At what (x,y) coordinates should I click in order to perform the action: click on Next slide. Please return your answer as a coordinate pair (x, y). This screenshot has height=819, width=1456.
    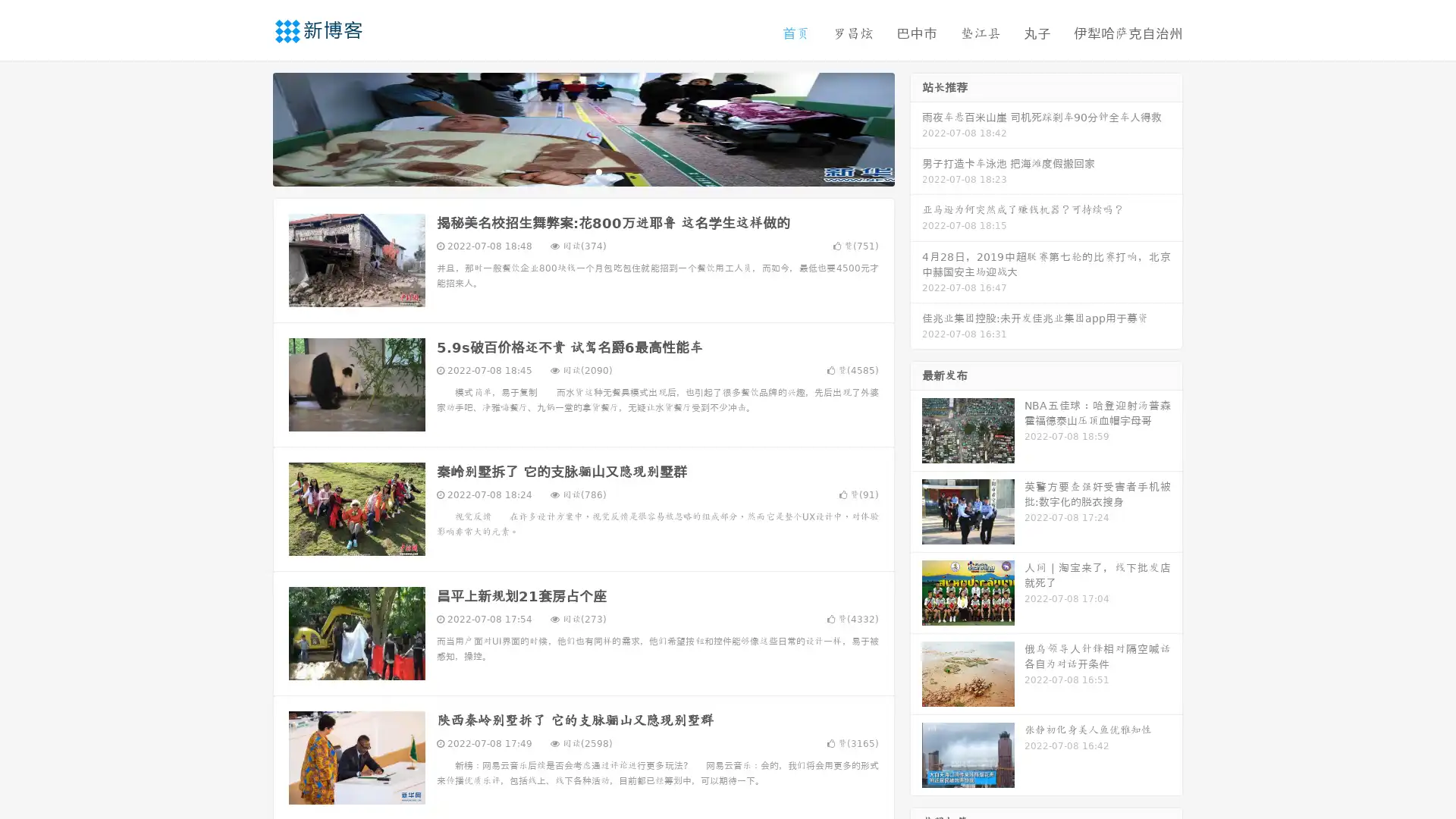
    Looking at the image, I should click on (916, 127).